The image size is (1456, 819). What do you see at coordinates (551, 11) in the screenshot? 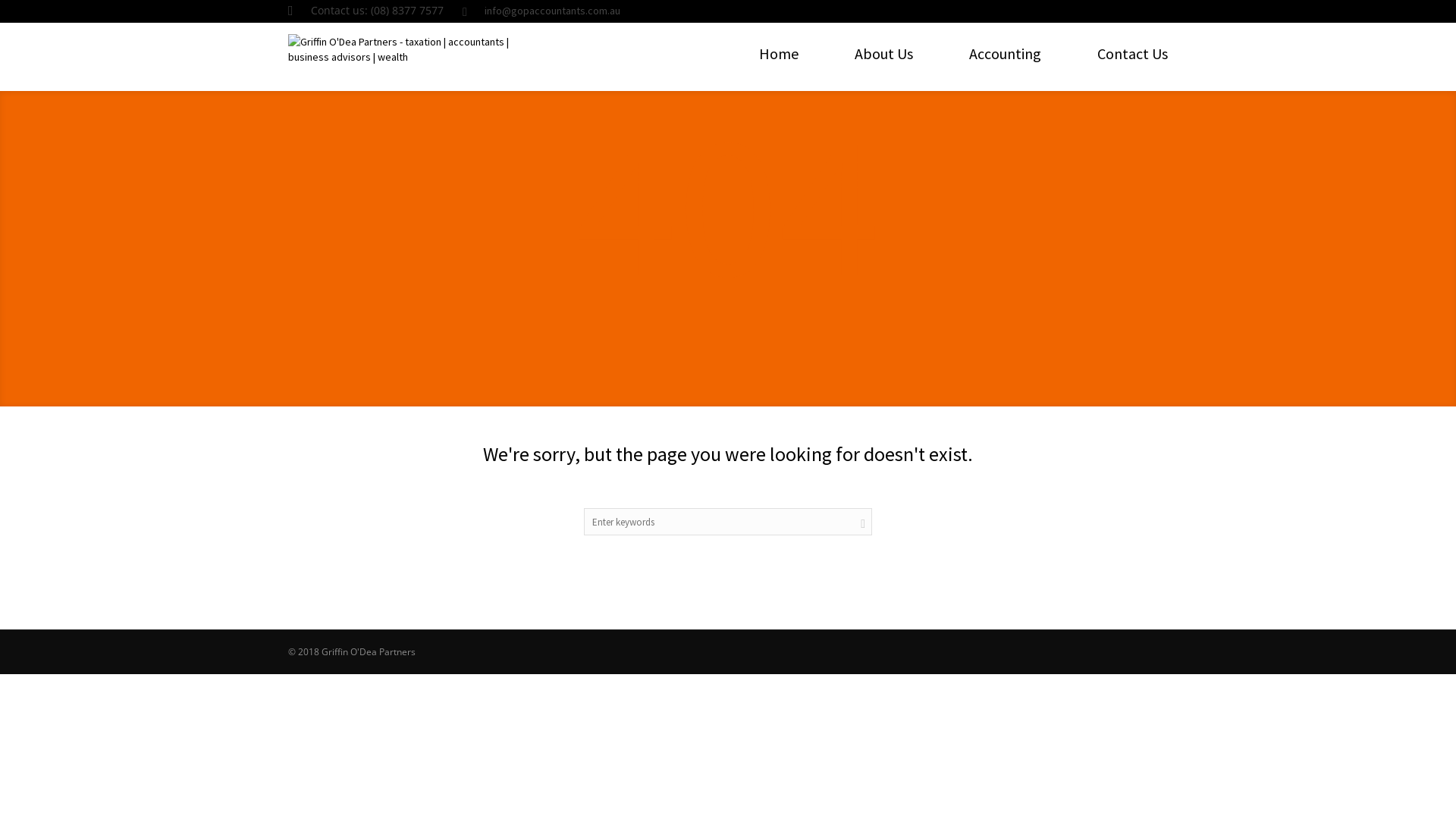
I see `'info@gopaccountants.com.au'` at bounding box center [551, 11].